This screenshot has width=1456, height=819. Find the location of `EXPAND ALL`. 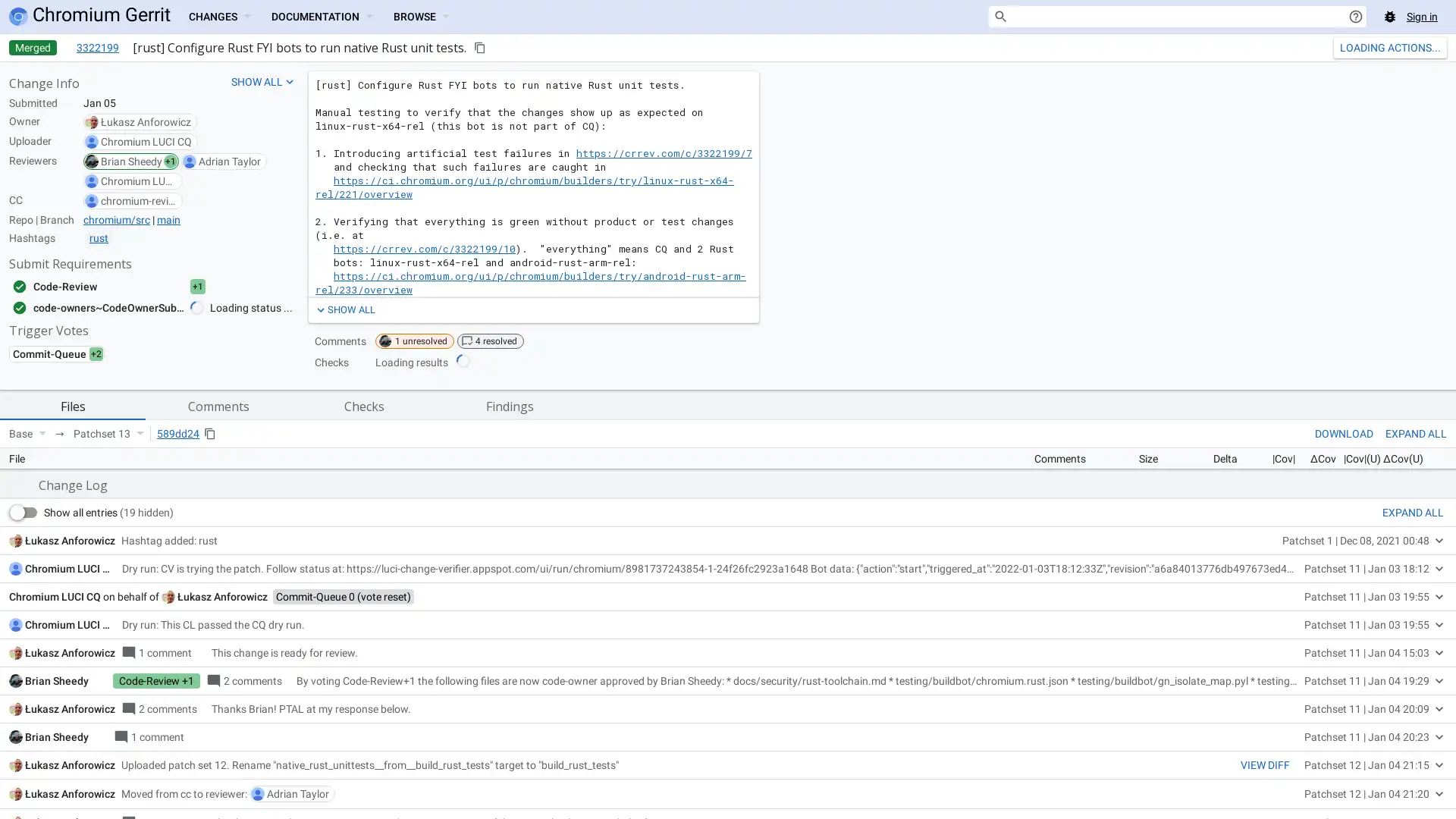

EXPAND ALL is located at coordinates (1415, 433).